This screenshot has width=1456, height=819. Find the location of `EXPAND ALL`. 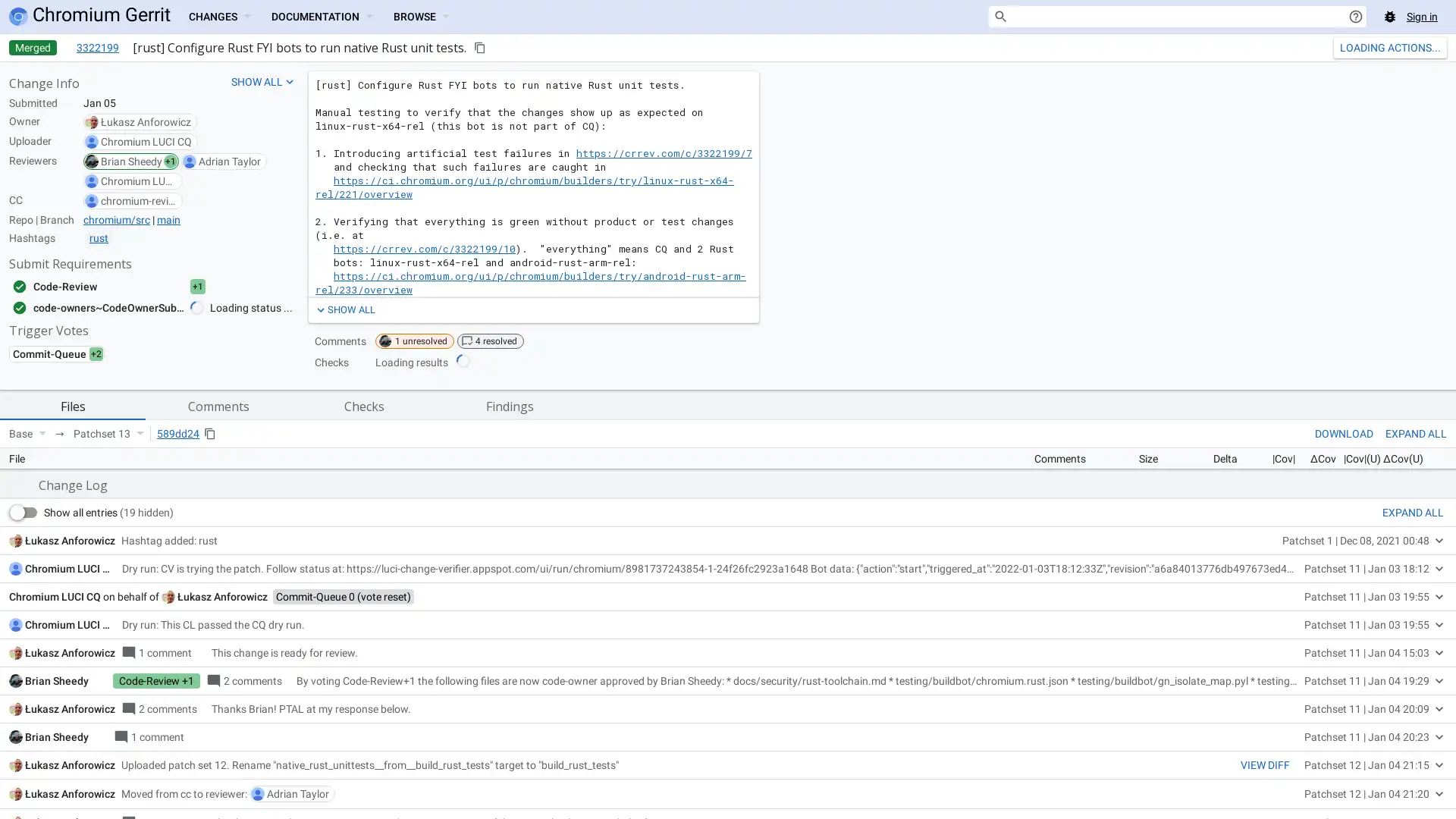

EXPAND ALL is located at coordinates (1415, 433).